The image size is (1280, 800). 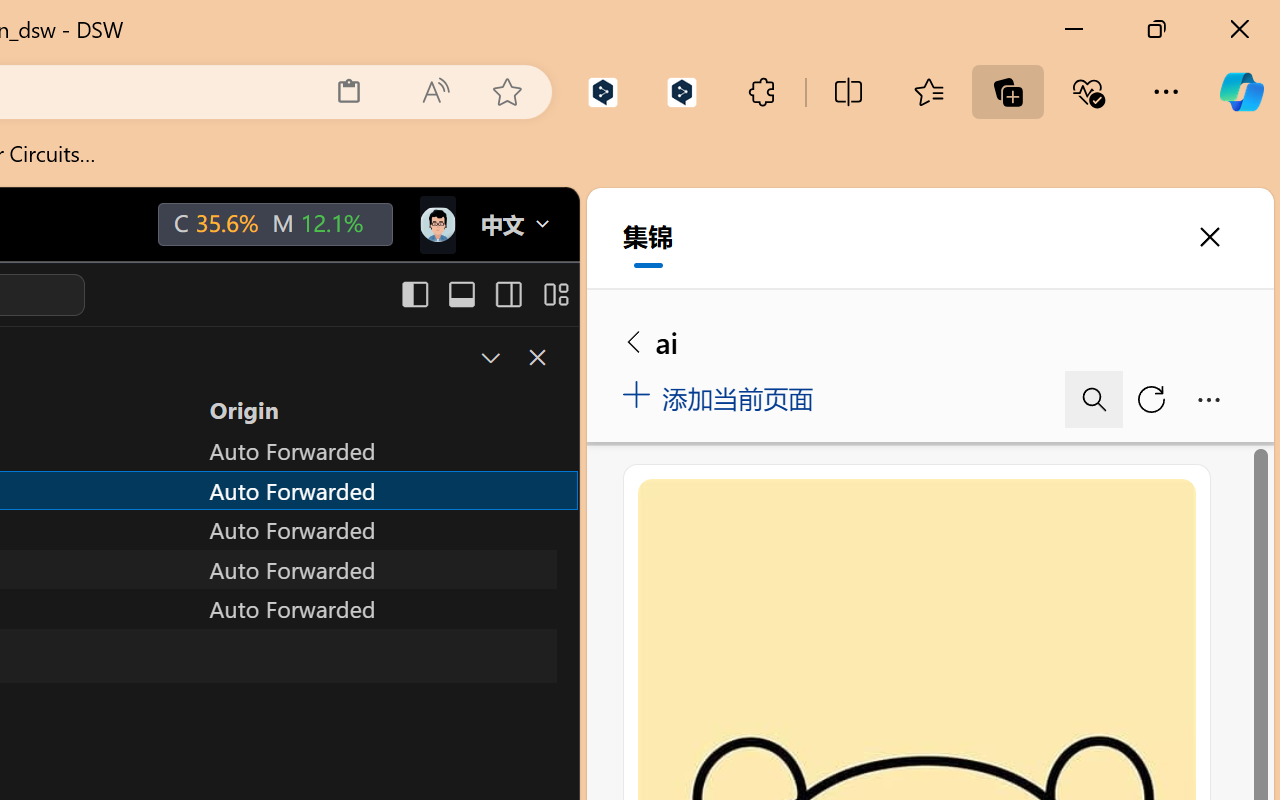 I want to click on 'Close Panel', so click(x=536, y=357).